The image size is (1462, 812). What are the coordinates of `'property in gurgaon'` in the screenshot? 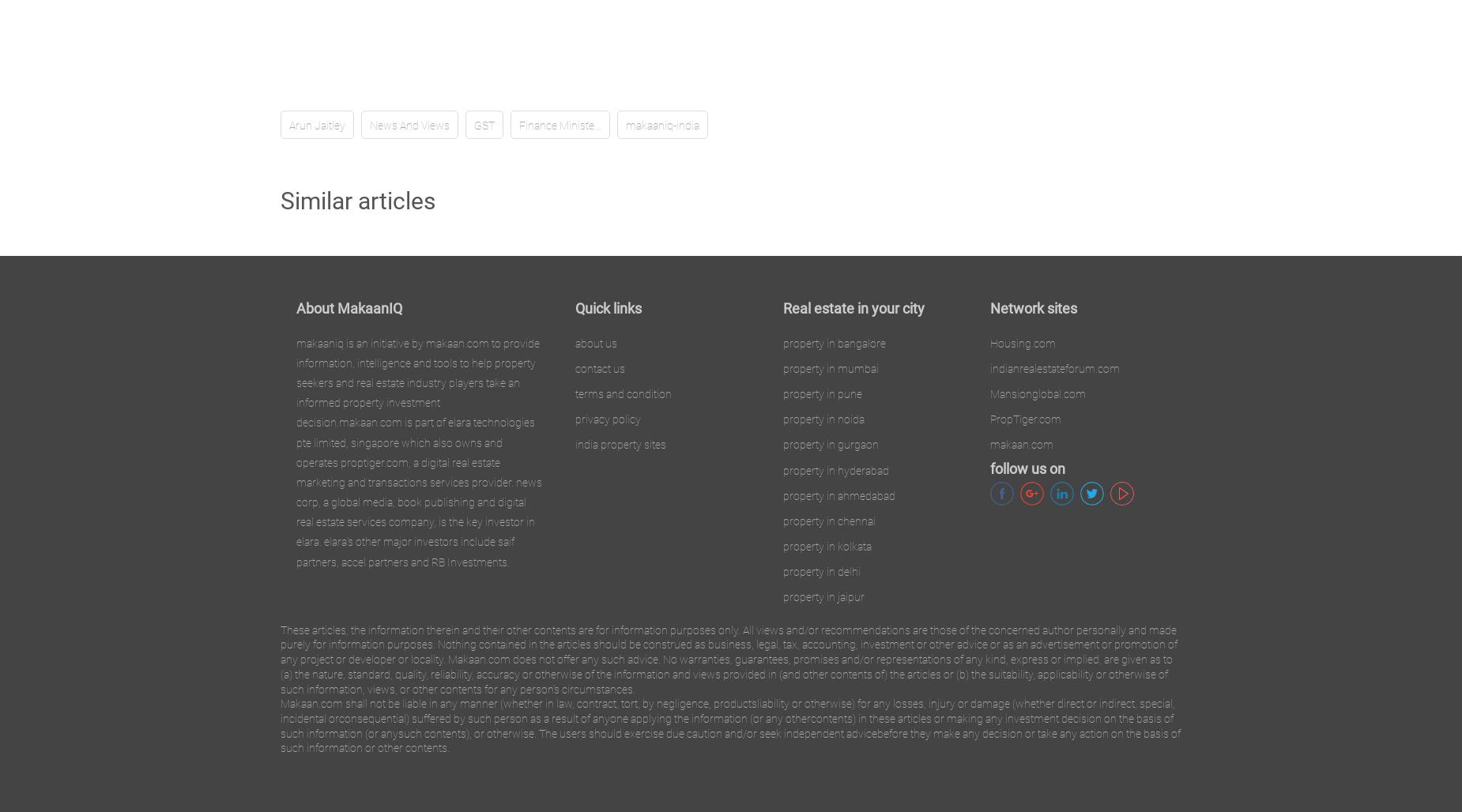 It's located at (829, 445).